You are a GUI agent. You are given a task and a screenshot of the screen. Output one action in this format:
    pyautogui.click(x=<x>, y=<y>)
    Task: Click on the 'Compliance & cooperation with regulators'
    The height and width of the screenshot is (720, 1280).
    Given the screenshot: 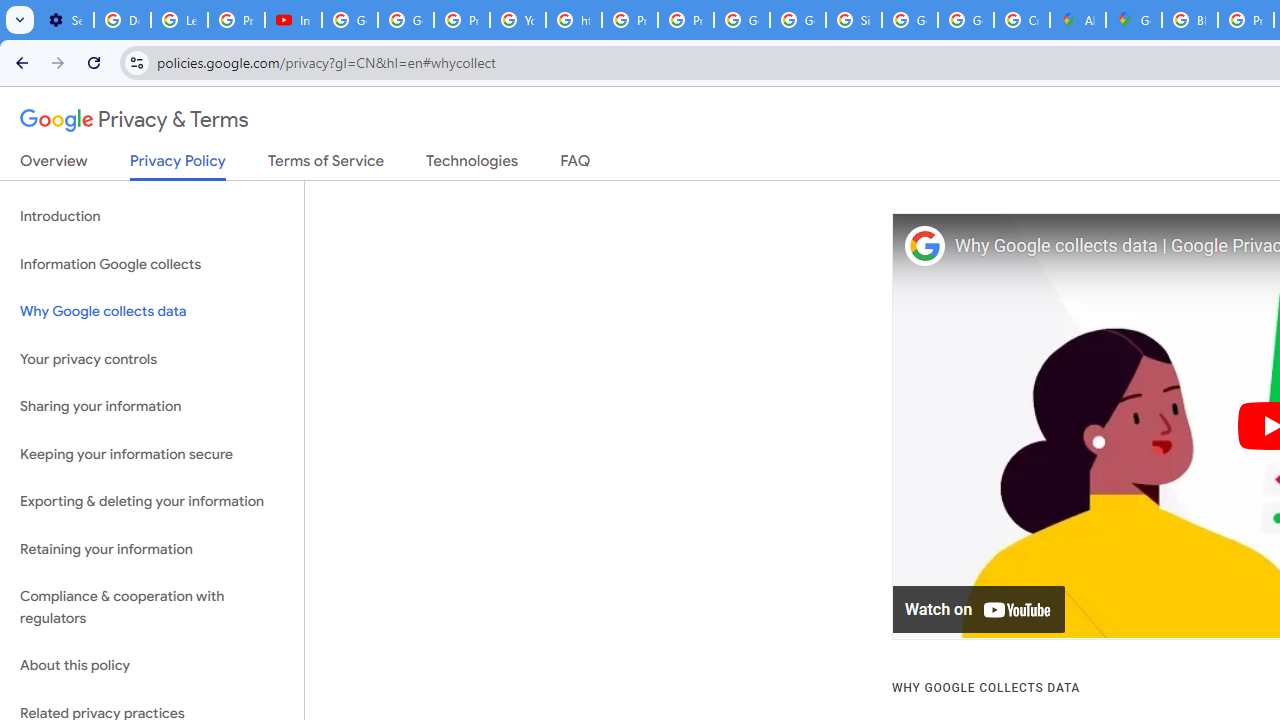 What is the action you would take?
    pyautogui.click(x=151, y=607)
    